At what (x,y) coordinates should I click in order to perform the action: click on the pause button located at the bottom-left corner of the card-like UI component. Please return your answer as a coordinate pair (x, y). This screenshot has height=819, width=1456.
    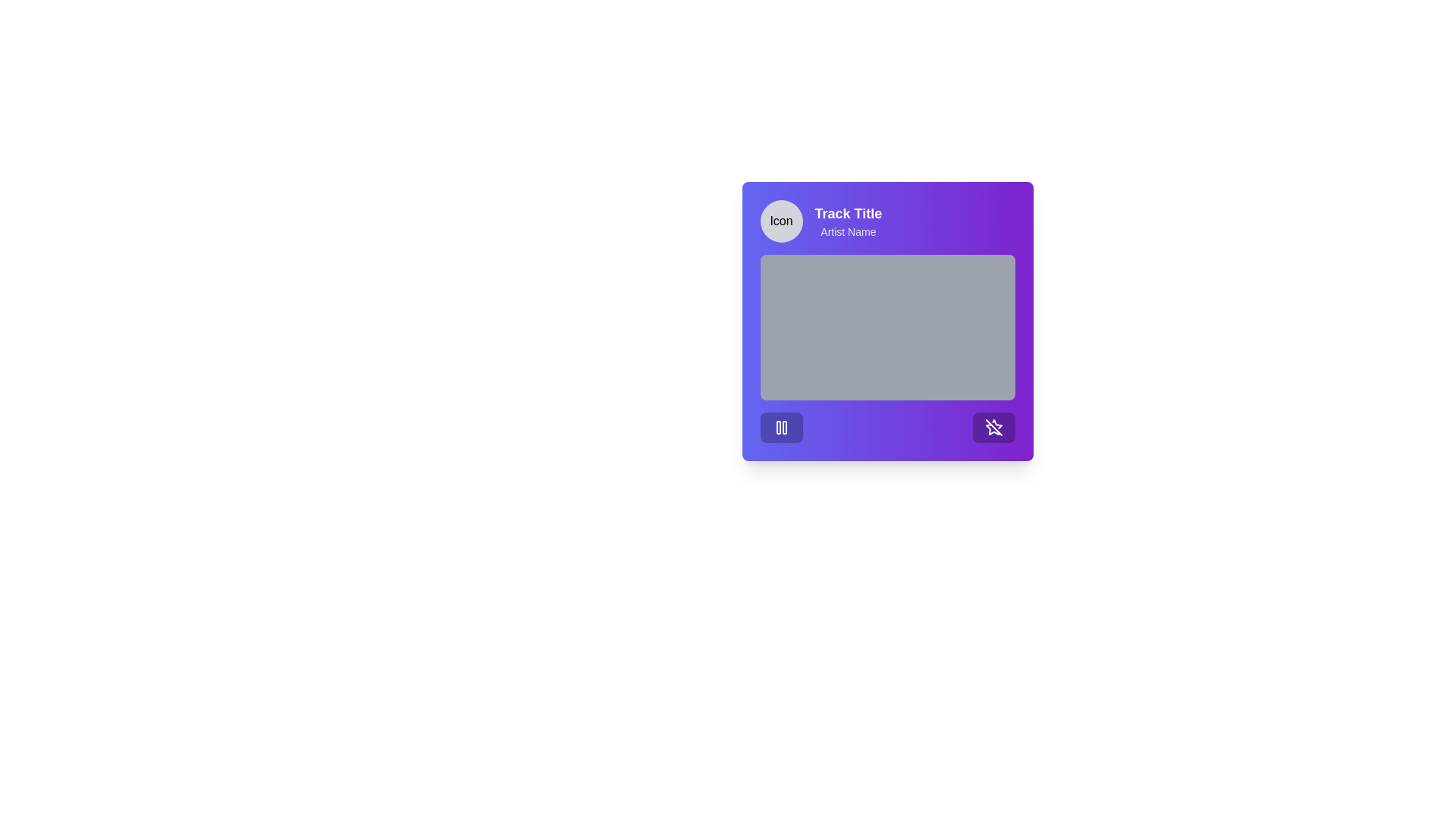
    Looking at the image, I should click on (781, 427).